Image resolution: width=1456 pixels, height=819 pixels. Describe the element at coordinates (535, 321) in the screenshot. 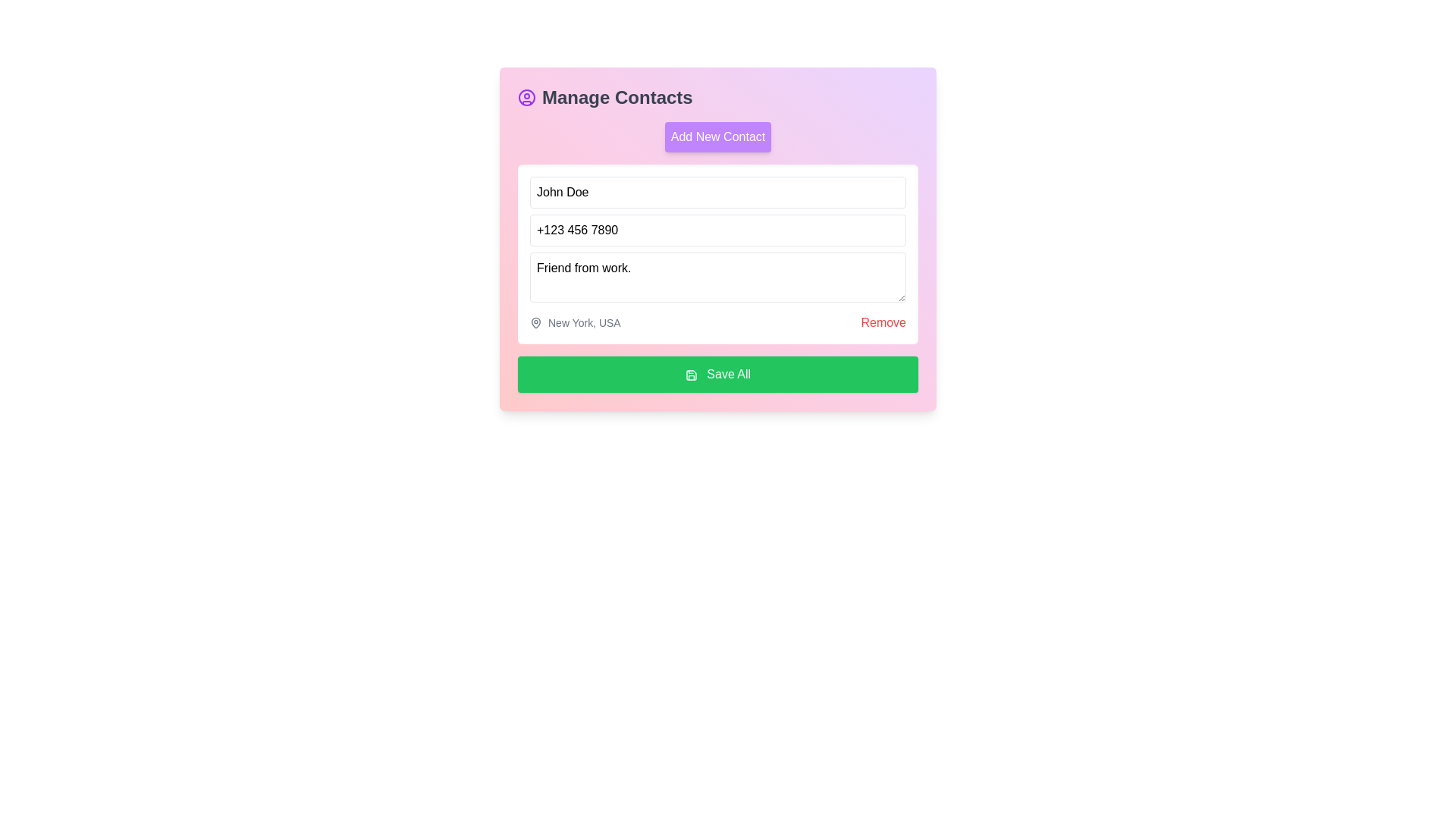

I see `the central element of the map pin icon, which is a teardrop shape with a circular base, located in the contact information section` at that location.